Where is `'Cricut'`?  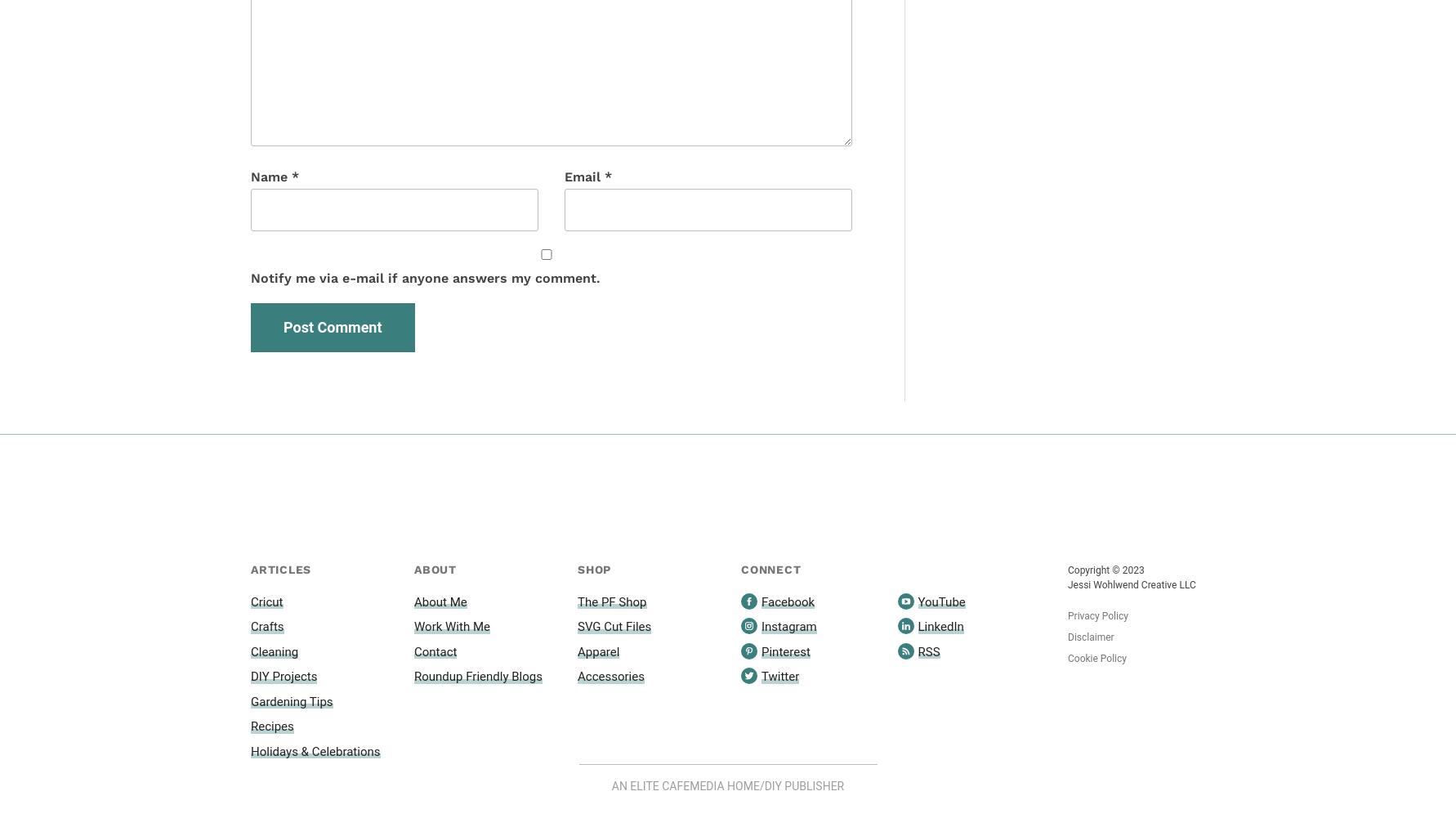
'Cricut' is located at coordinates (266, 601).